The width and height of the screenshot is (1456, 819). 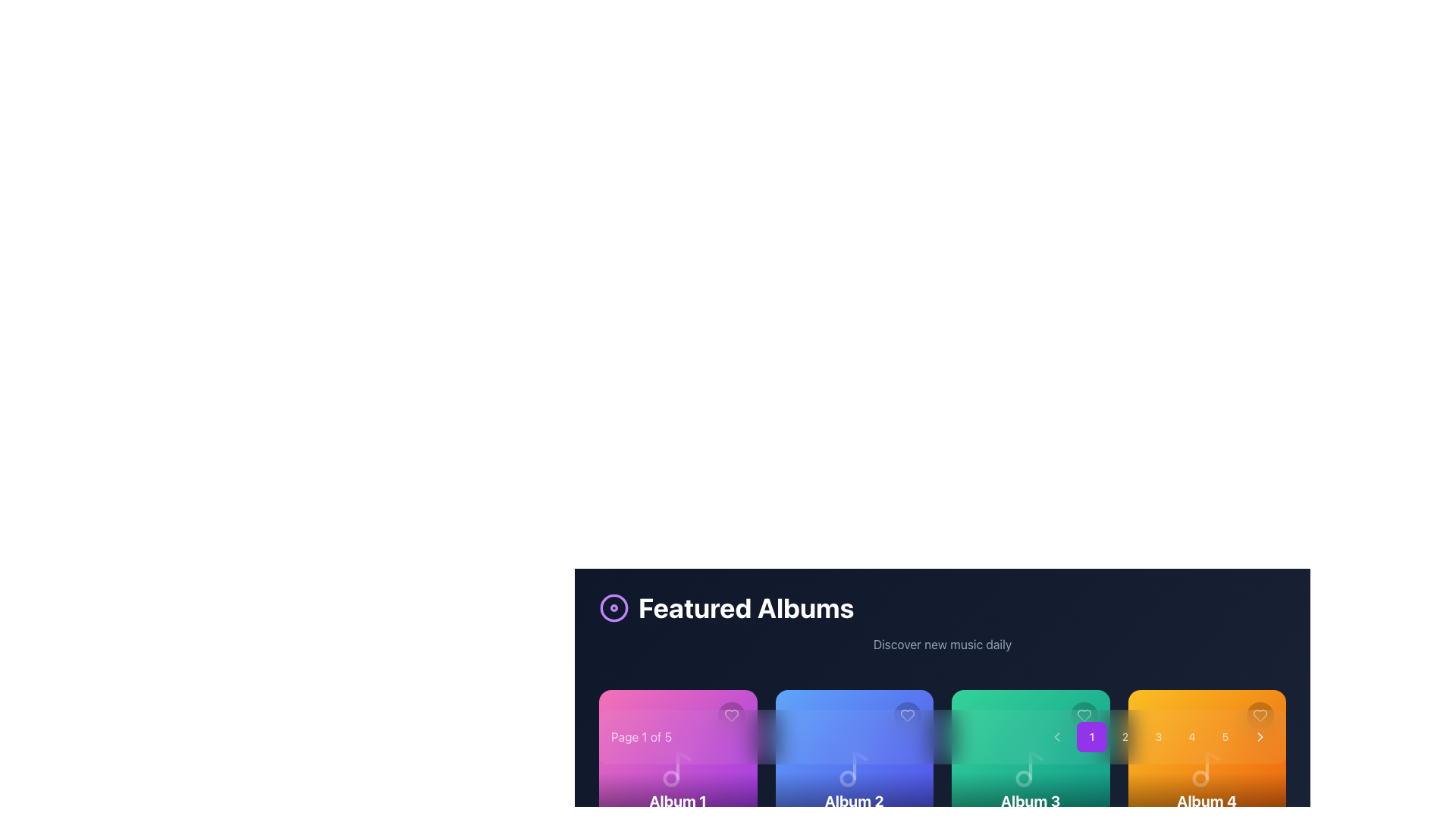 I want to click on the 'Album 3' text label, which is a bold, large white text centered in the footer of the third album card, so click(x=1031, y=800).